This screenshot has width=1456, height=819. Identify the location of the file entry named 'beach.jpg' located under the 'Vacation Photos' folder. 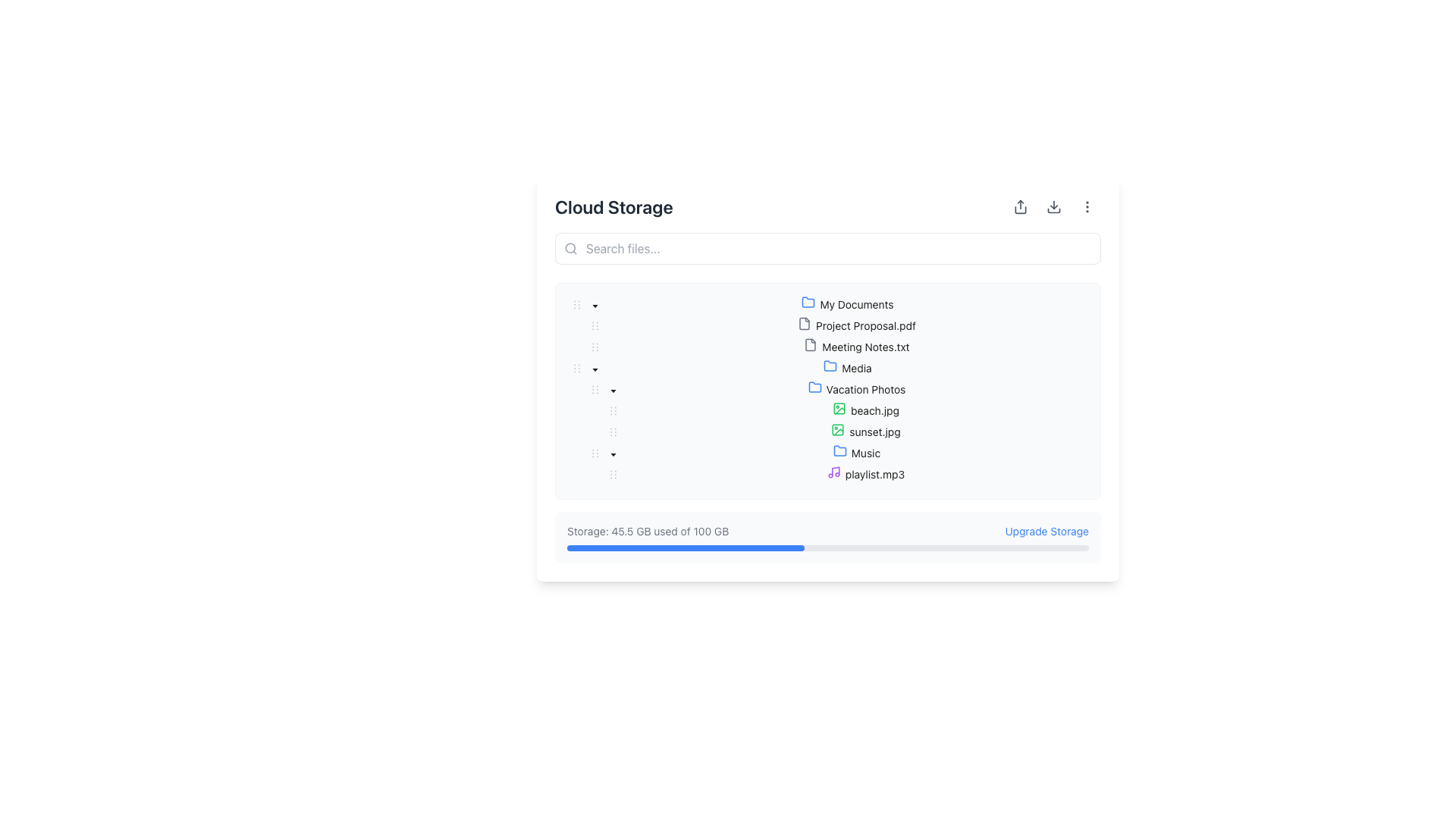
(827, 411).